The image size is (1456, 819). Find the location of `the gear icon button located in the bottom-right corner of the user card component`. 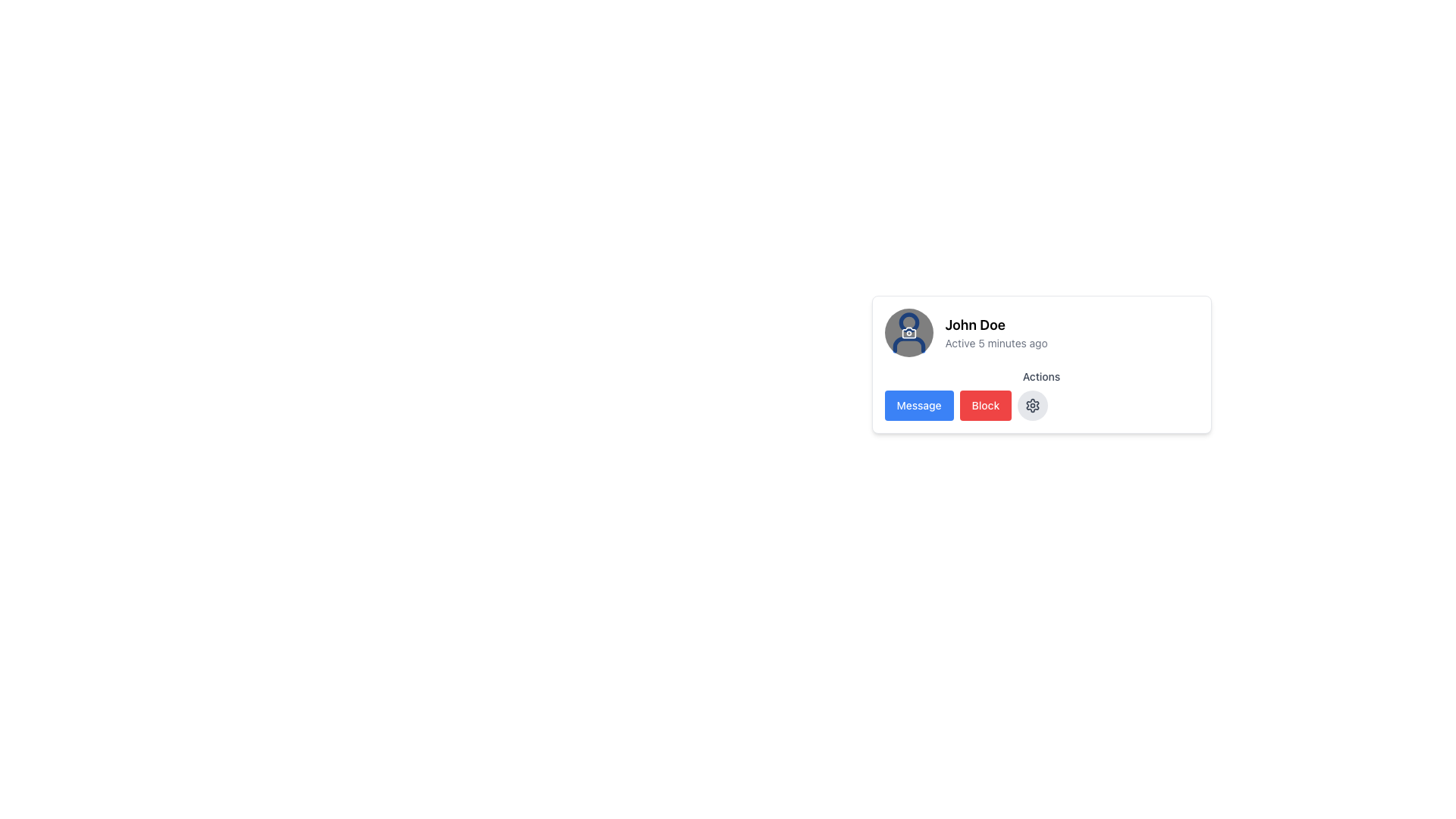

the gear icon button located in the bottom-right corner of the user card component is located at coordinates (1032, 405).